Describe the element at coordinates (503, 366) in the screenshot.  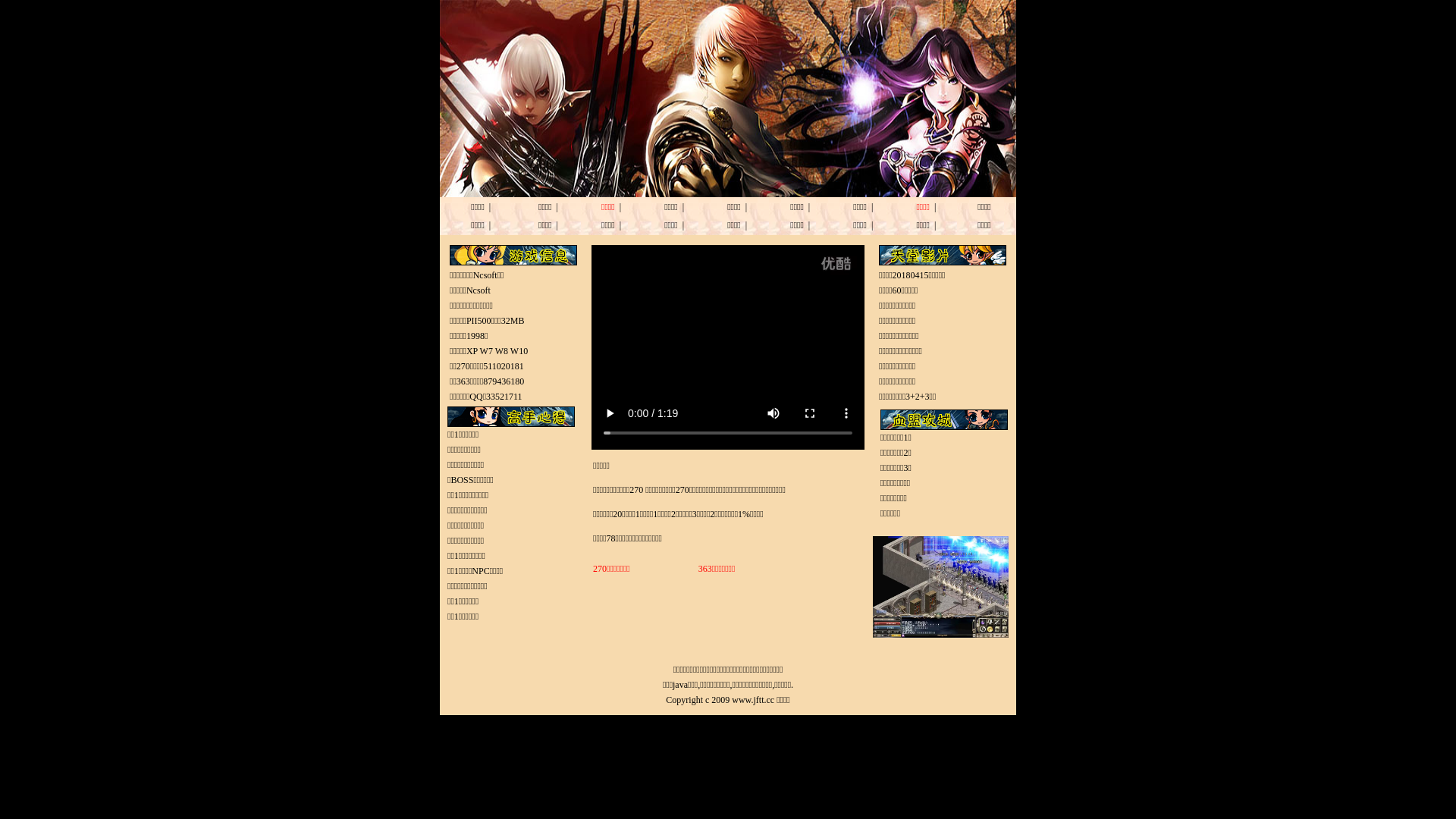
I see `'511020181'` at that location.